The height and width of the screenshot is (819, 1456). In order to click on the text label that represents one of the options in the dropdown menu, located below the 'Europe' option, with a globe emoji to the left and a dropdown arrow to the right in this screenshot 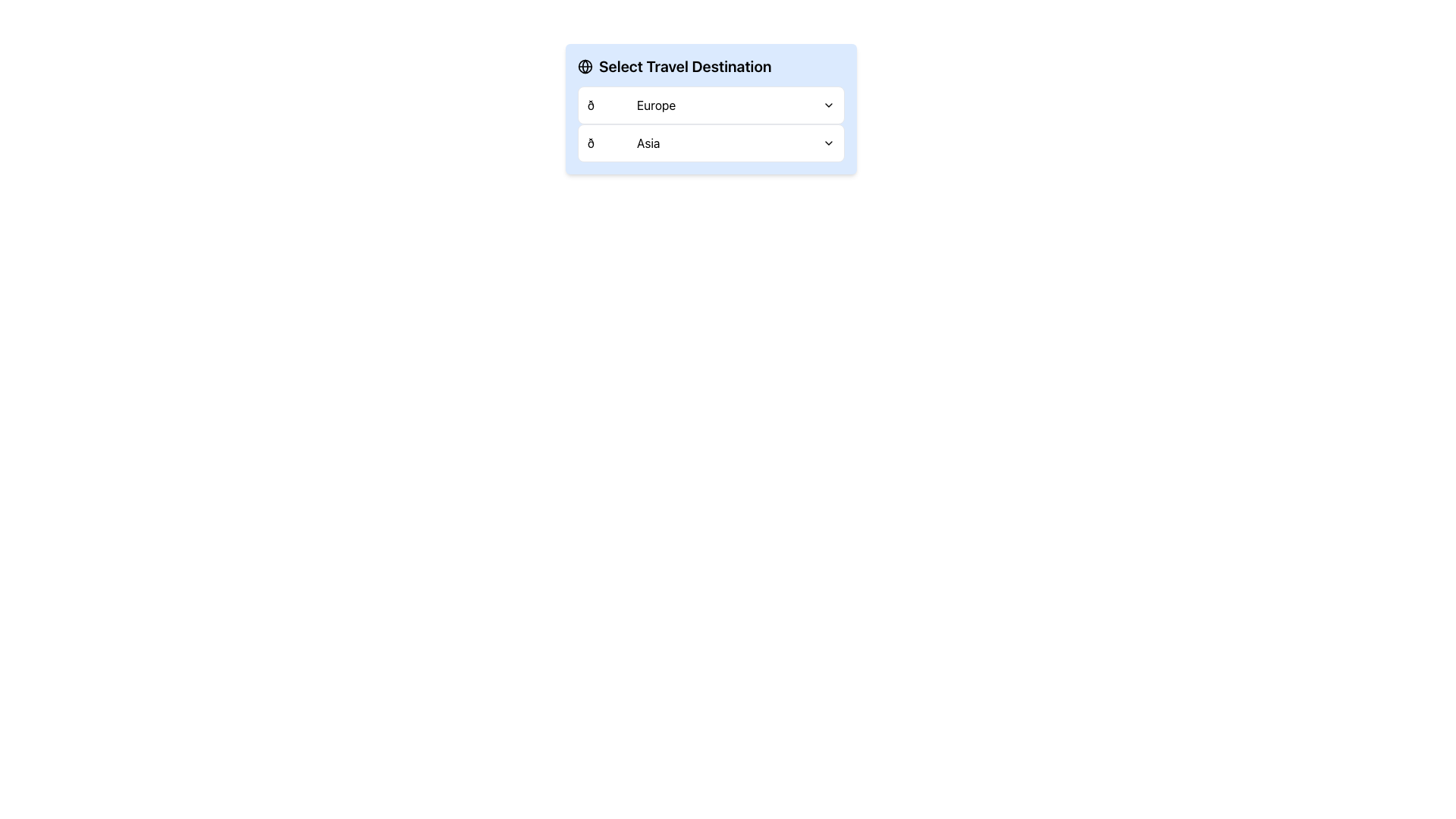, I will do `click(648, 143)`.